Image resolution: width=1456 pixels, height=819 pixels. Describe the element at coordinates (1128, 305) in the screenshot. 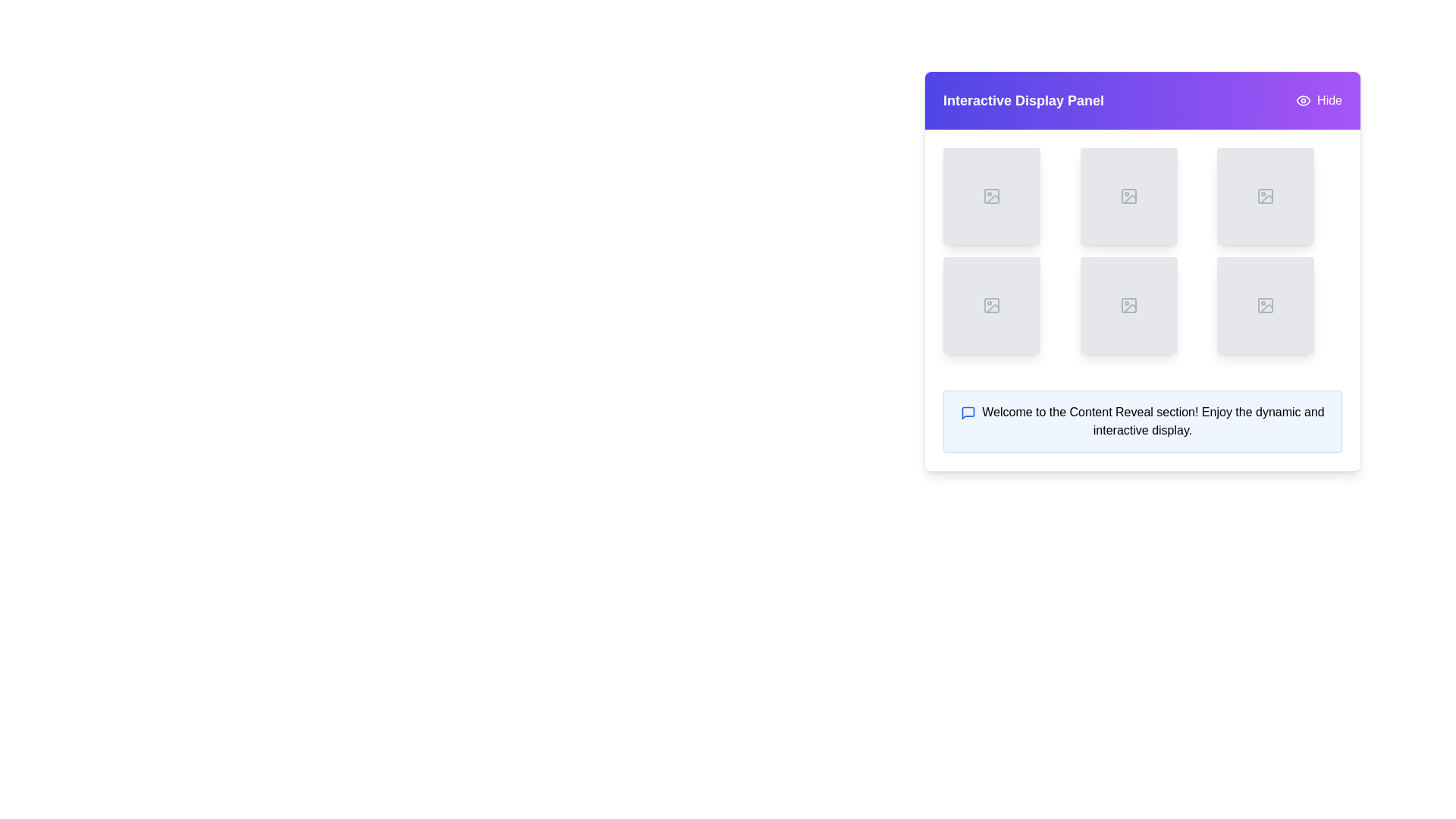

I see `the bottom-center placeholder component in the grid layout for interaction` at that location.